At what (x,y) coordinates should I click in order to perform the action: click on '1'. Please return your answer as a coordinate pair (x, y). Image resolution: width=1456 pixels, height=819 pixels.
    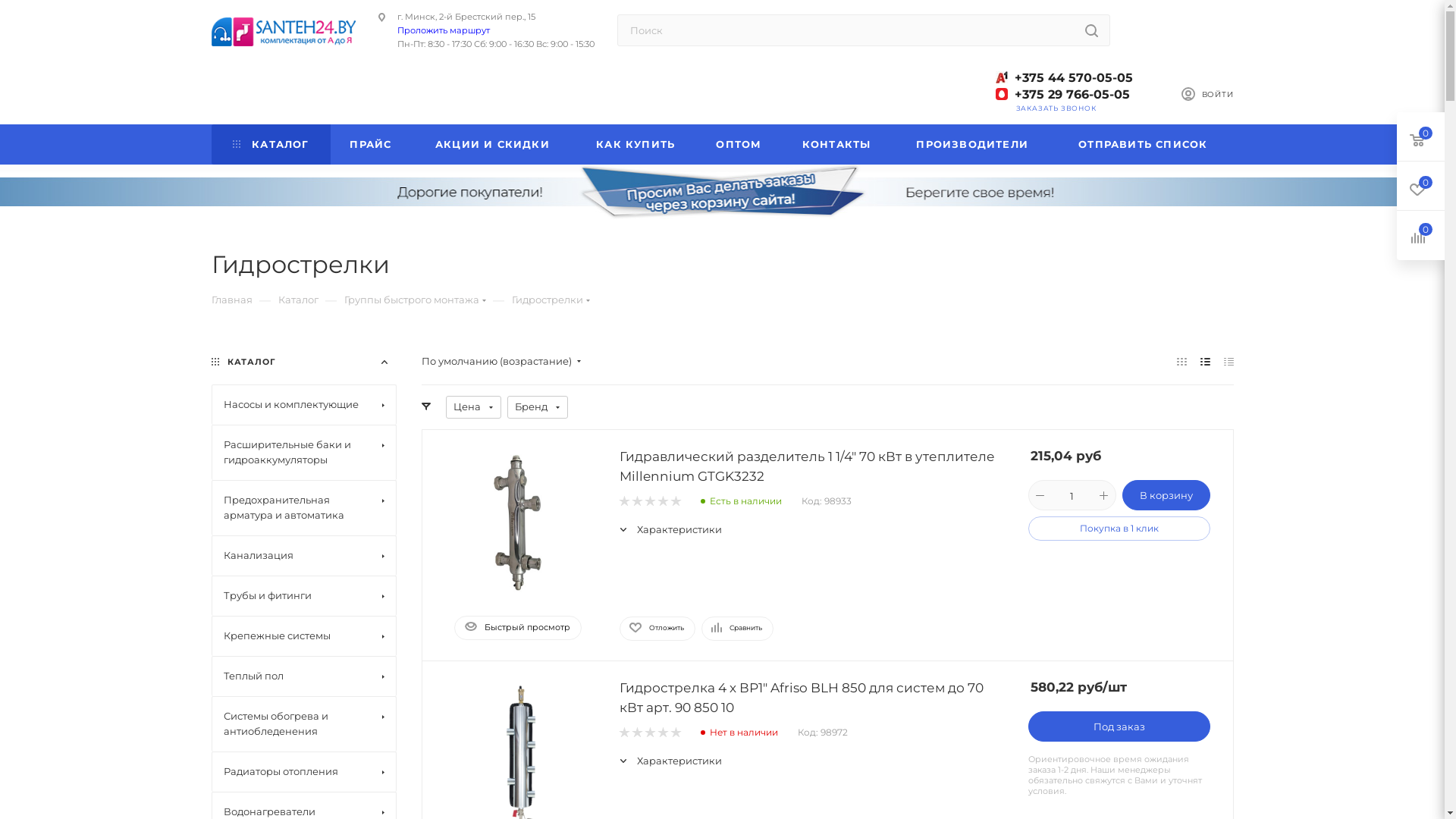
    Looking at the image, I should click on (623, 732).